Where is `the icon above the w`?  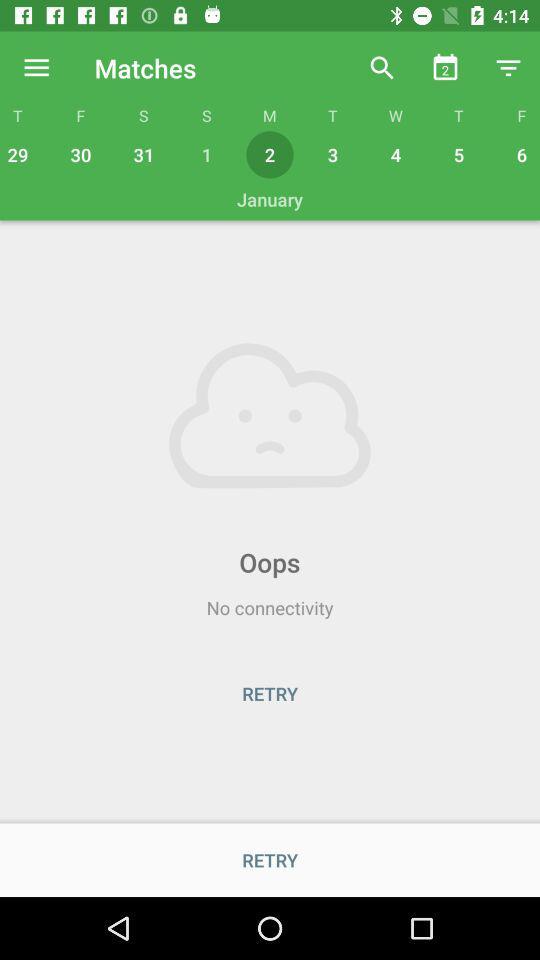
the icon above the w is located at coordinates (382, 68).